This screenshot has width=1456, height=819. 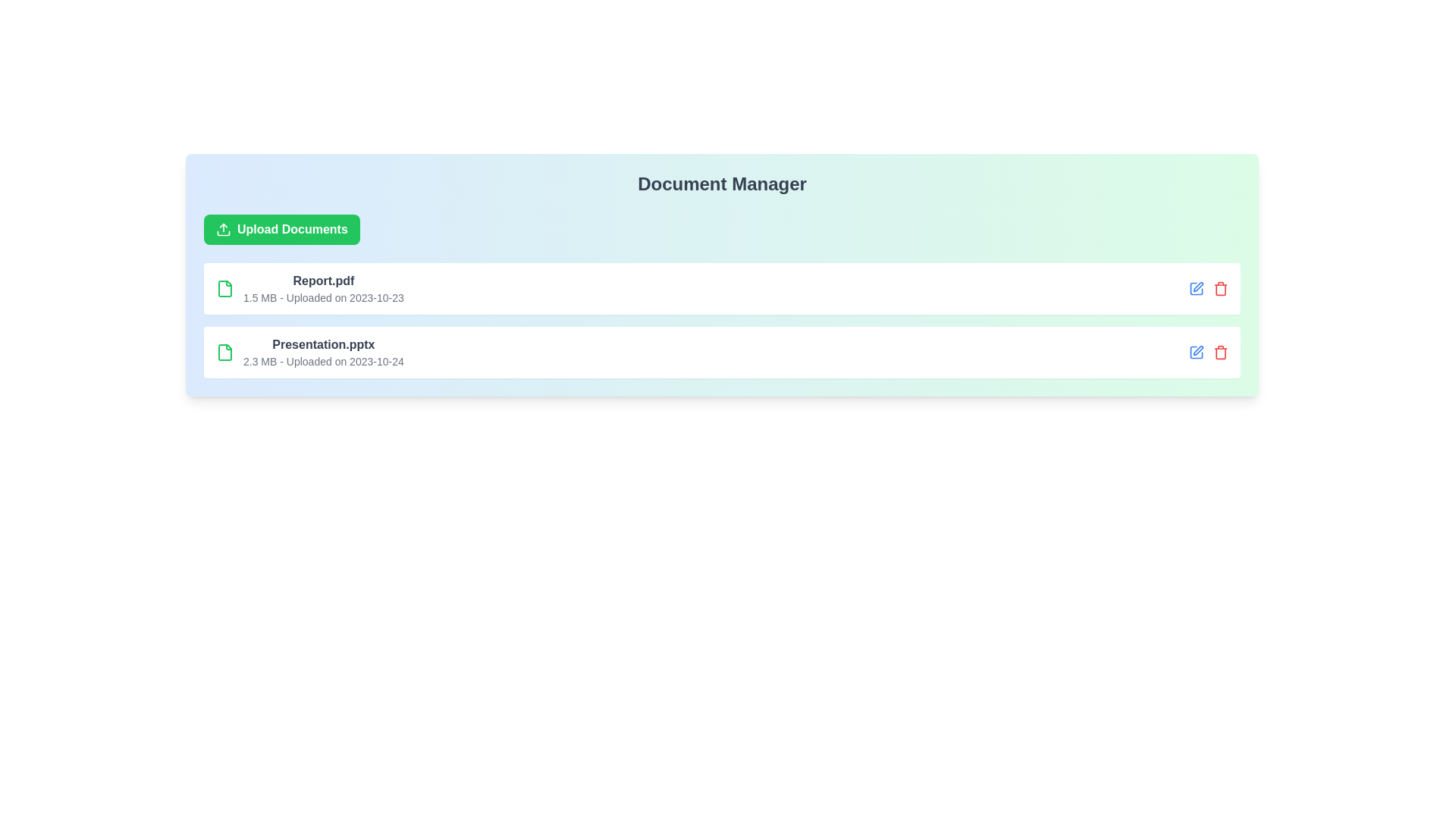 I want to click on the file metadata display that shows the attributes of 'Report.pdf', which includes an icon and additional metadata, located at the specified coordinates, so click(x=309, y=289).